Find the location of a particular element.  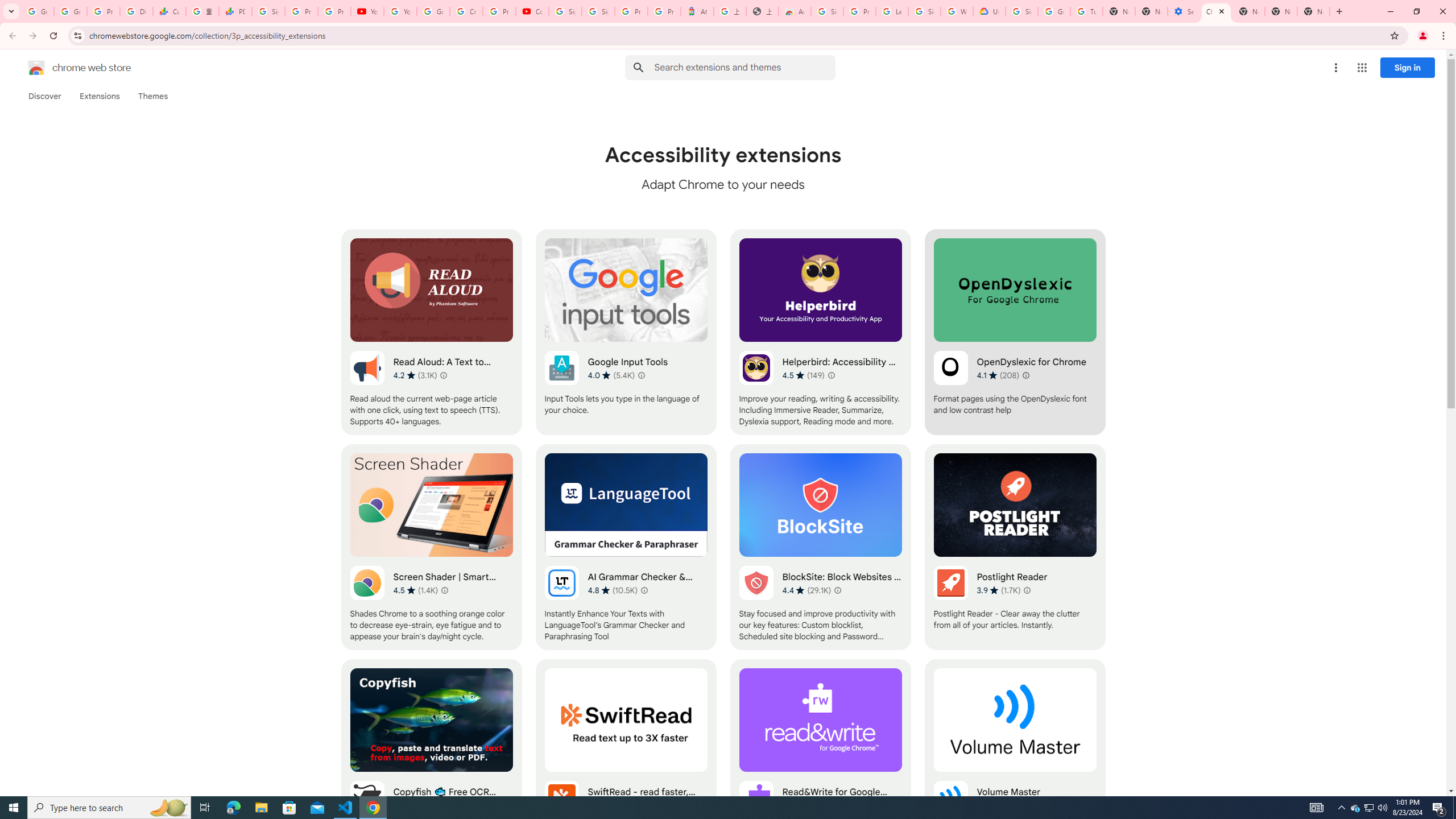

'Who are Google' is located at coordinates (957, 11).